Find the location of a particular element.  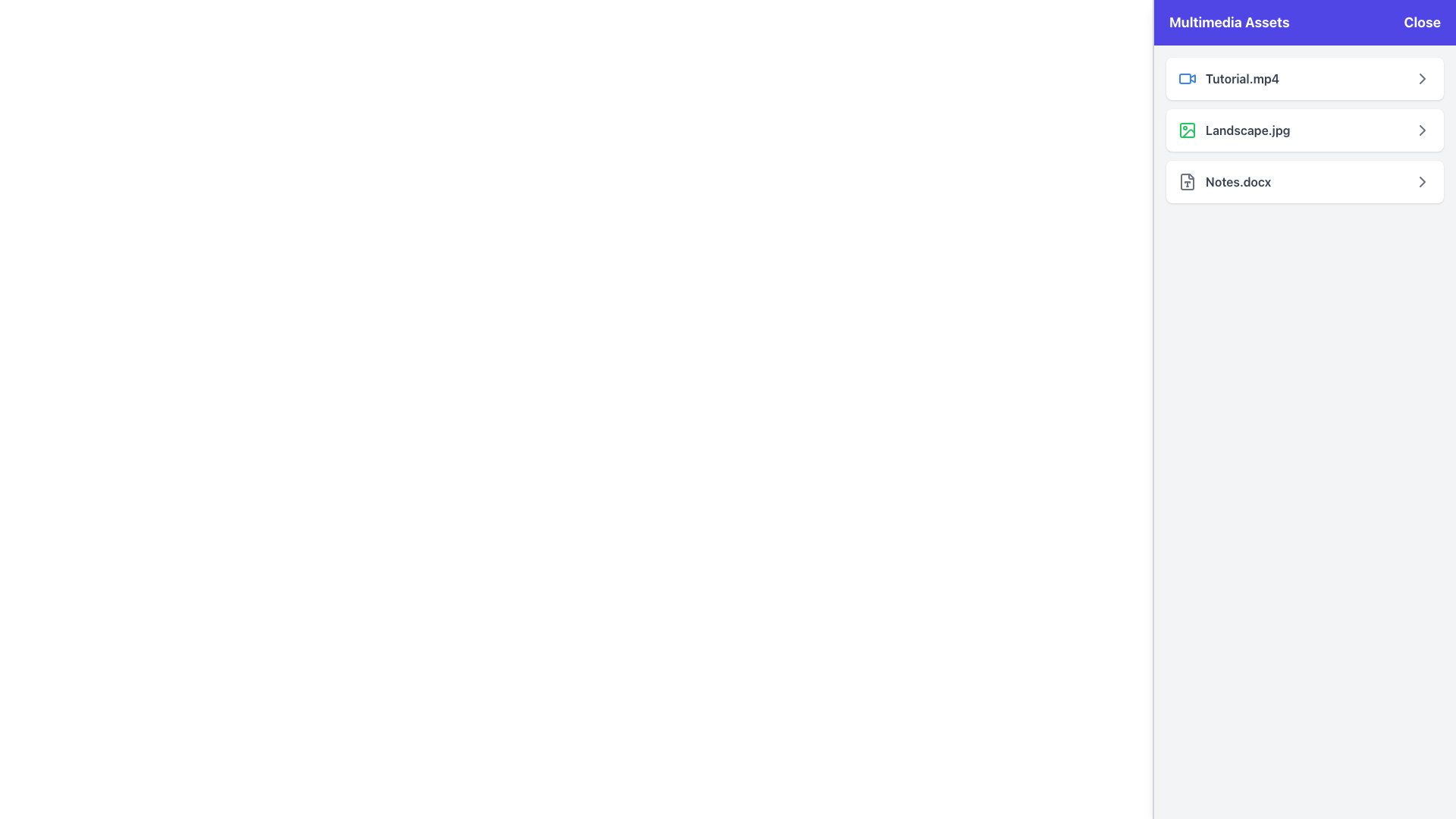

the text displaying the name of the file in the 'Multimedia Assets' section, which is the third item in the list is located at coordinates (1238, 180).